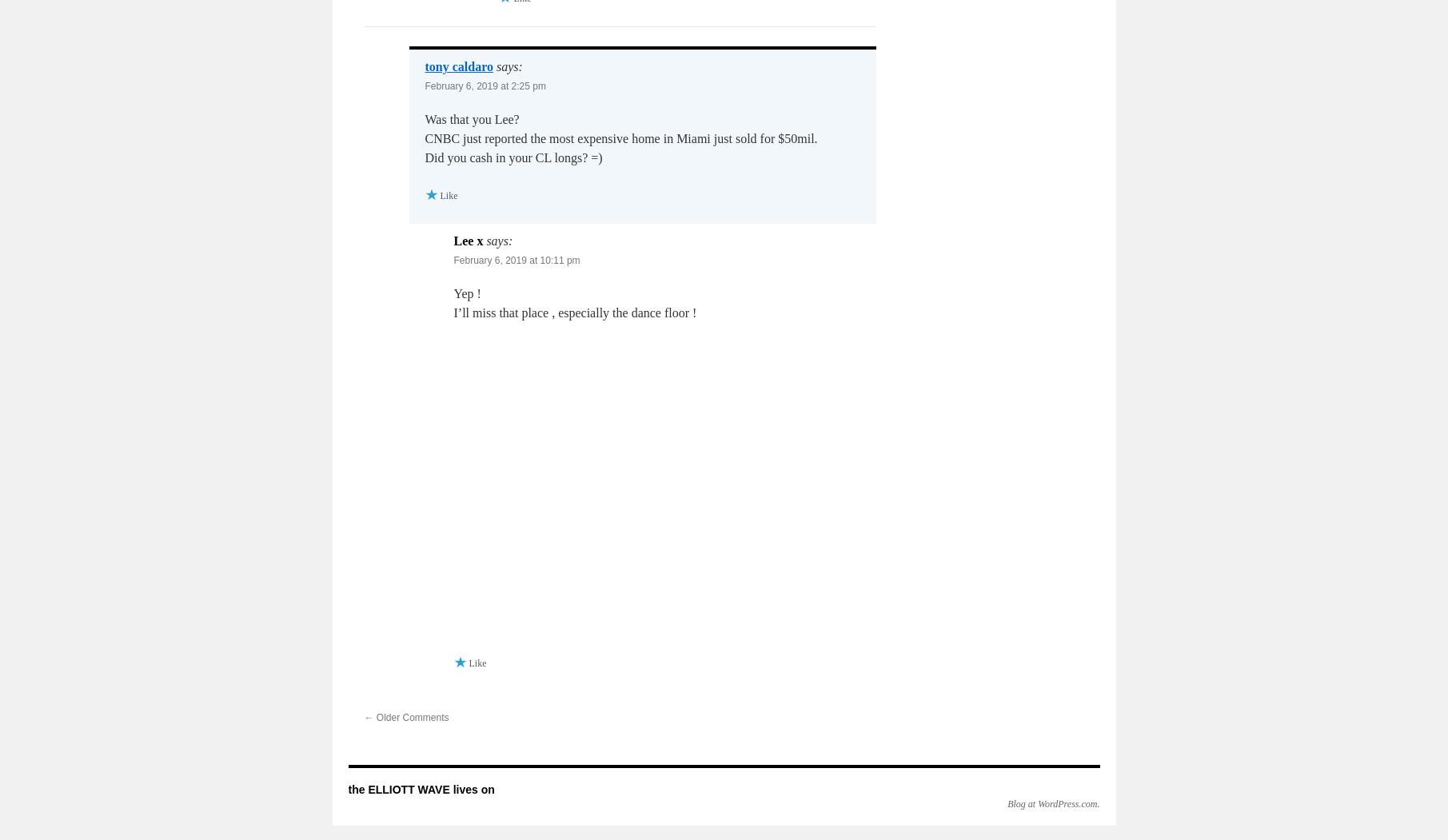 This screenshot has height=840, width=1448. Describe the element at coordinates (420, 788) in the screenshot. I see `'the ELLIOTT WAVE lives on'` at that location.